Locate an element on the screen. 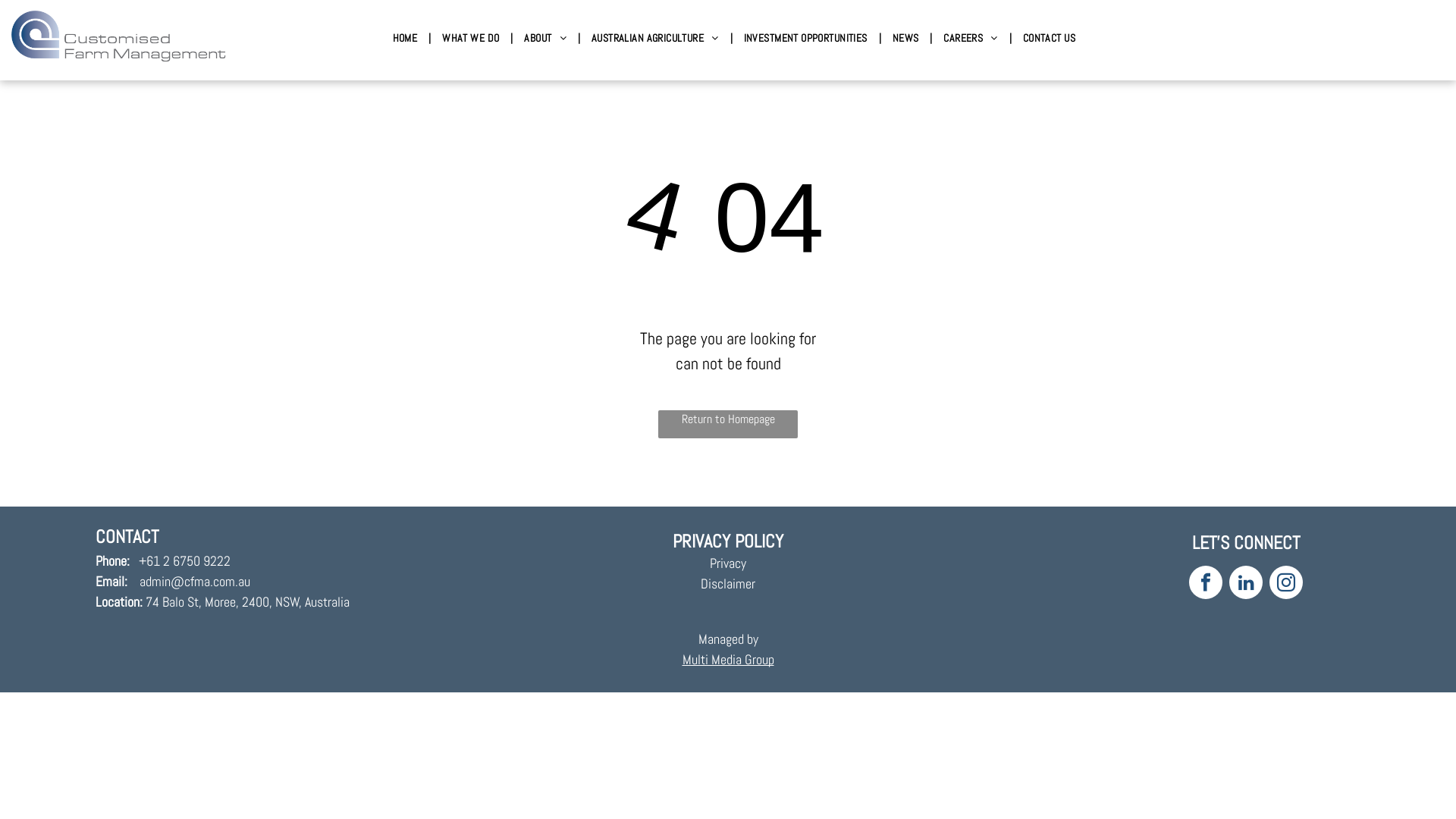  'CONTACT US' is located at coordinates (1012, 38).